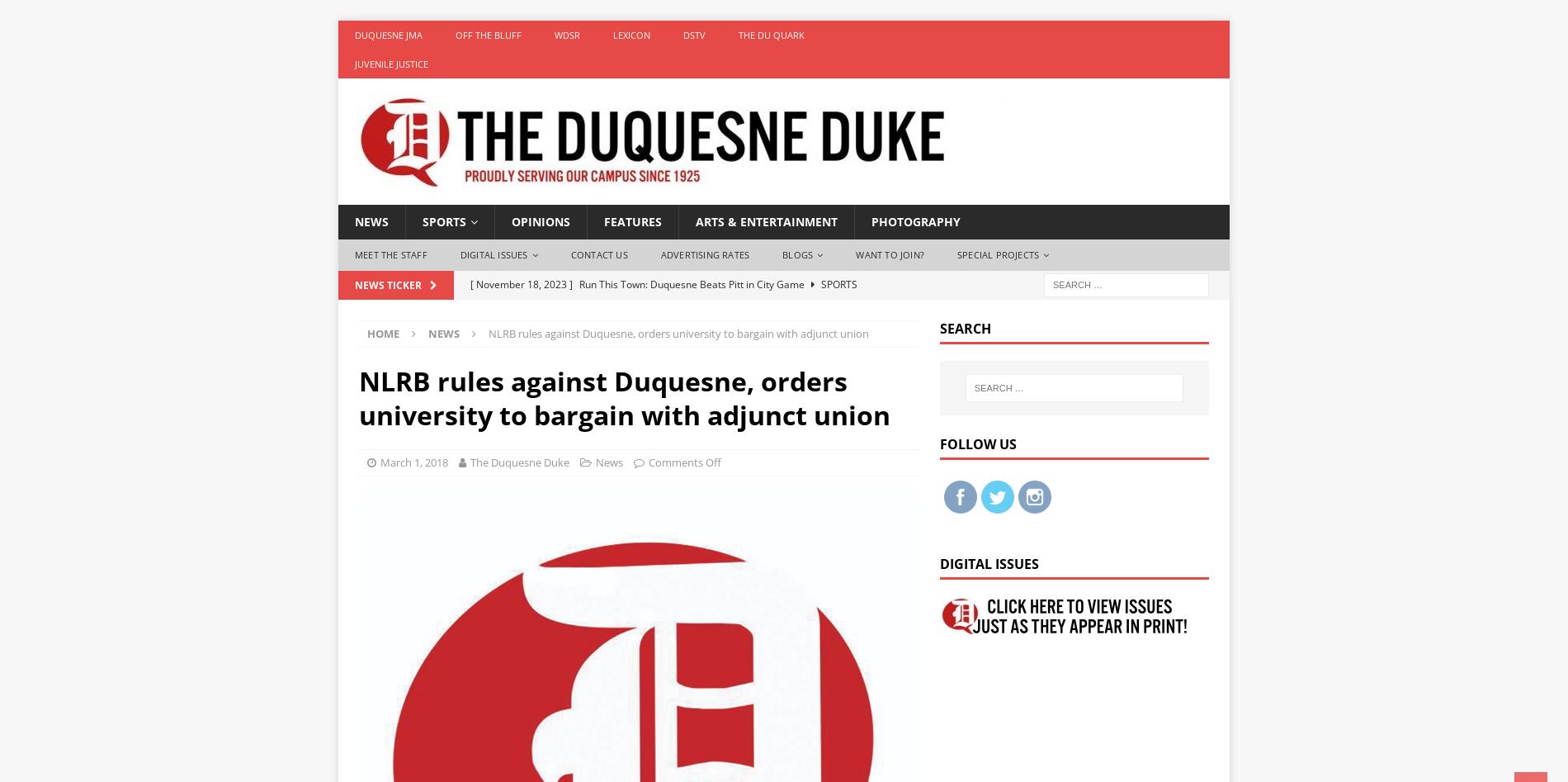  Describe the element at coordinates (938, 327) in the screenshot. I see `'Search'` at that location.